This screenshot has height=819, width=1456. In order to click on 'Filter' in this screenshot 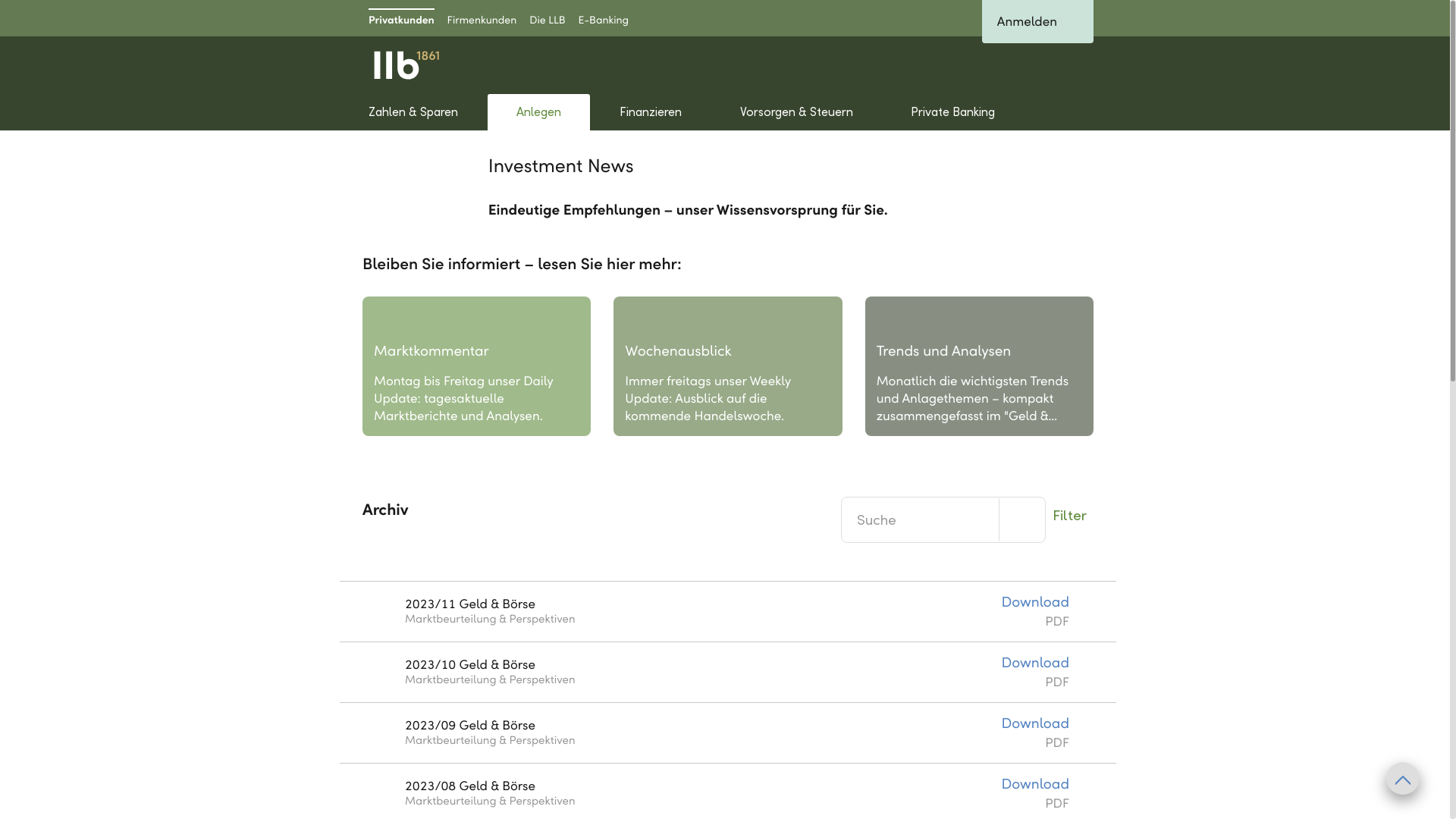, I will do `click(1068, 513)`.